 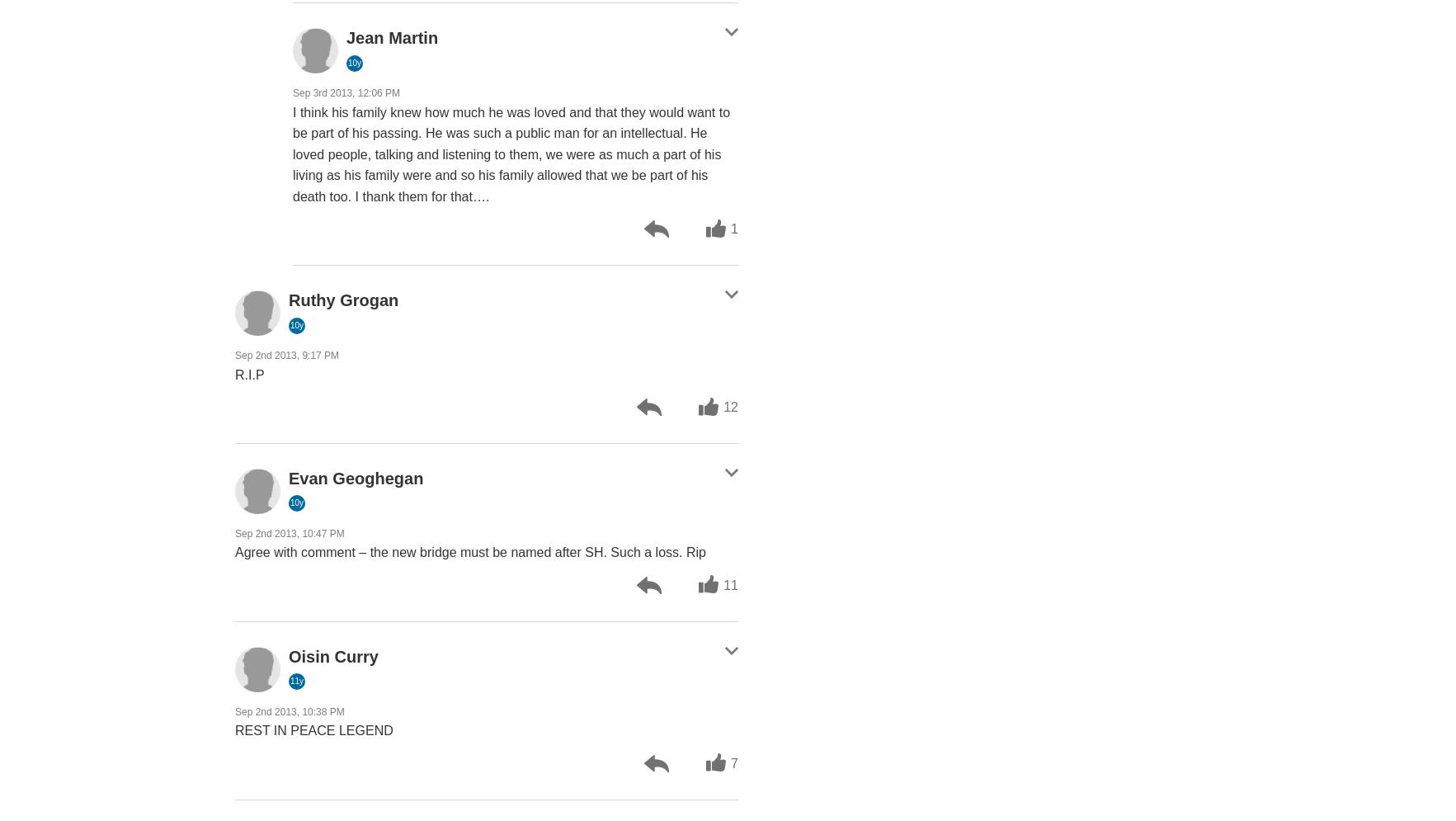 What do you see at coordinates (346, 93) in the screenshot?
I see `'Sep 3rd 2013, 12:06 PM'` at bounding box center [346, 93].